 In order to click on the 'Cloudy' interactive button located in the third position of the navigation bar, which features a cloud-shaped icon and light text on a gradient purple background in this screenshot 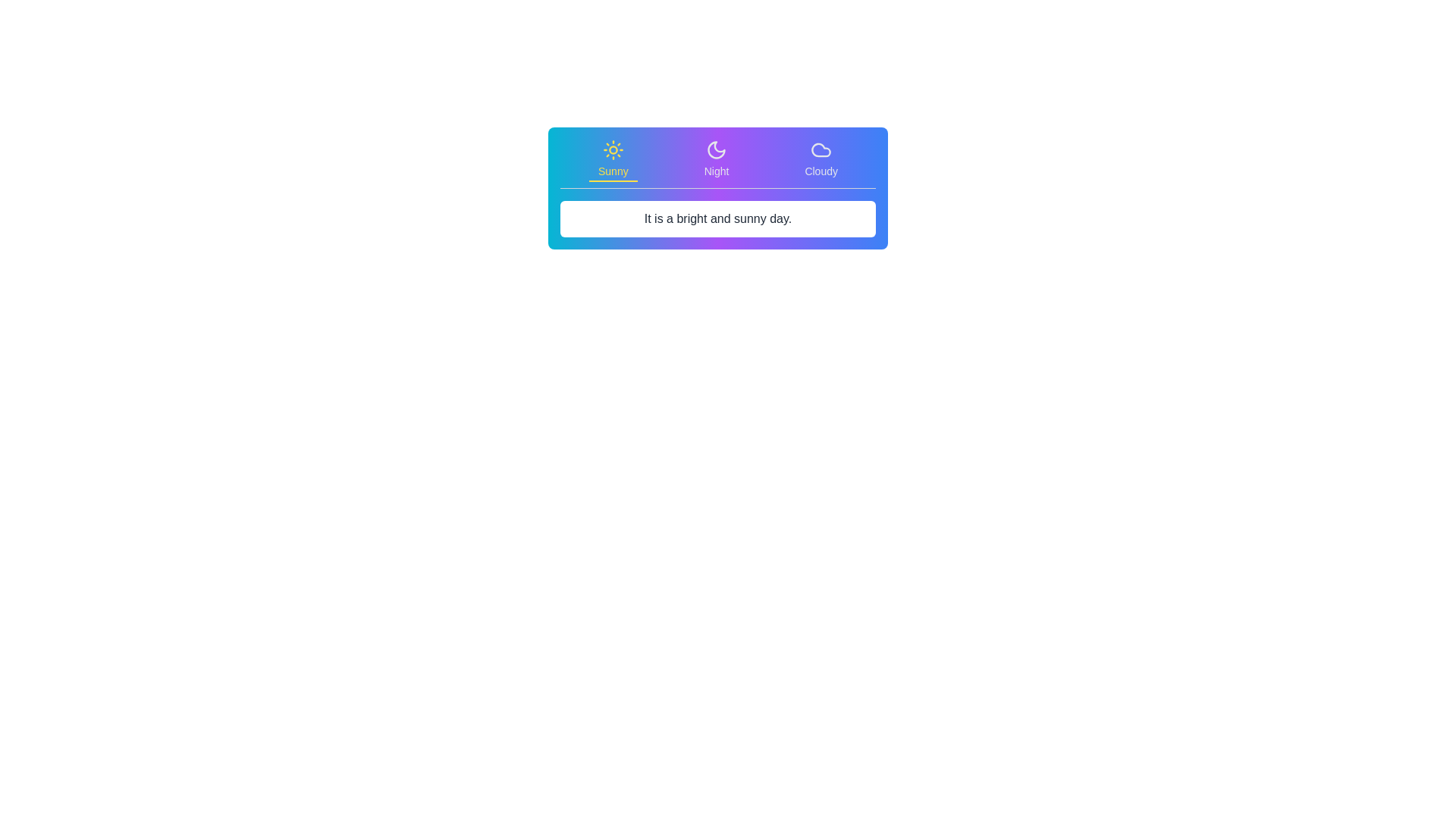, I will do `click(821, 158)`.